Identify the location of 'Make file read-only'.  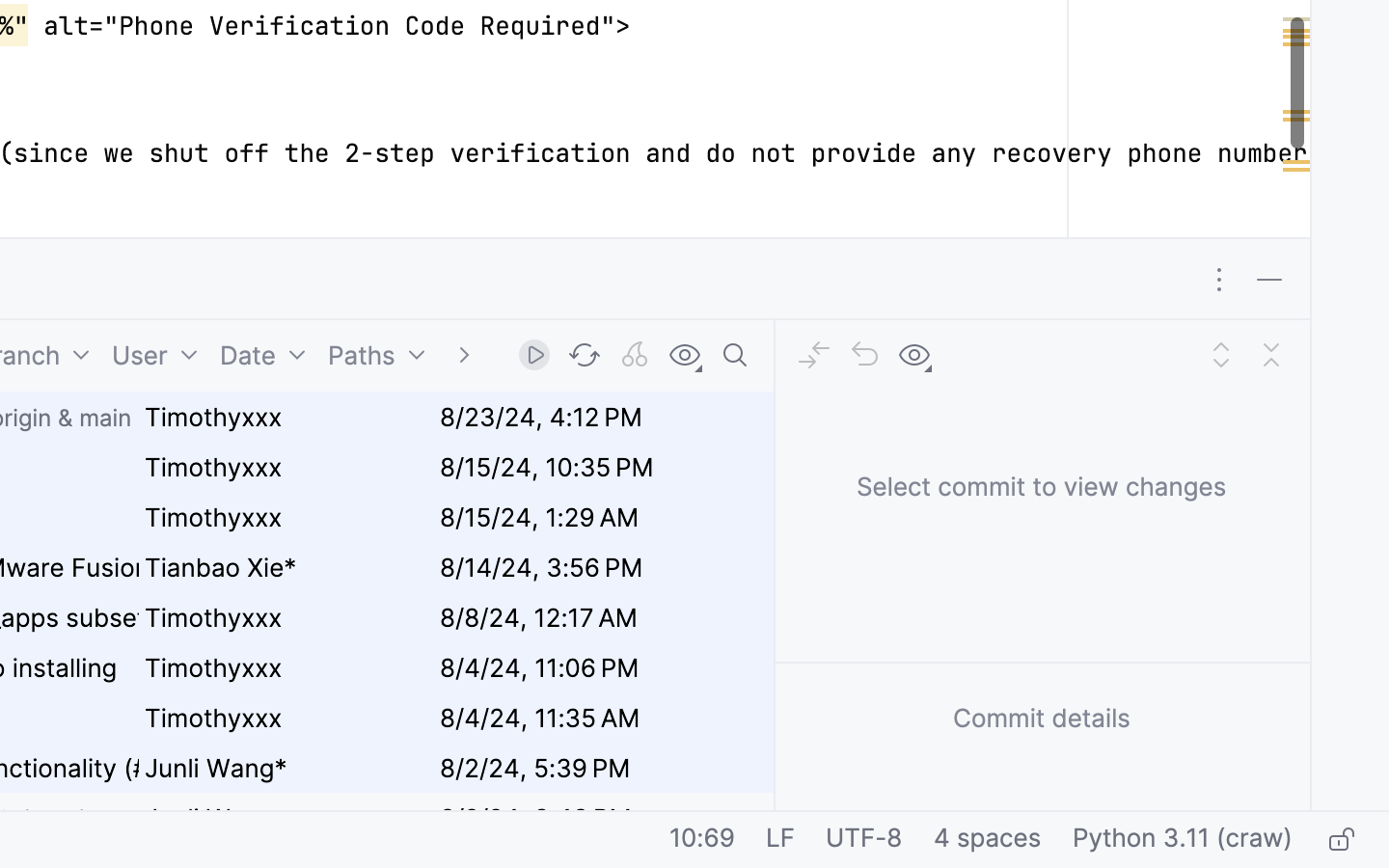
(1339, 840).